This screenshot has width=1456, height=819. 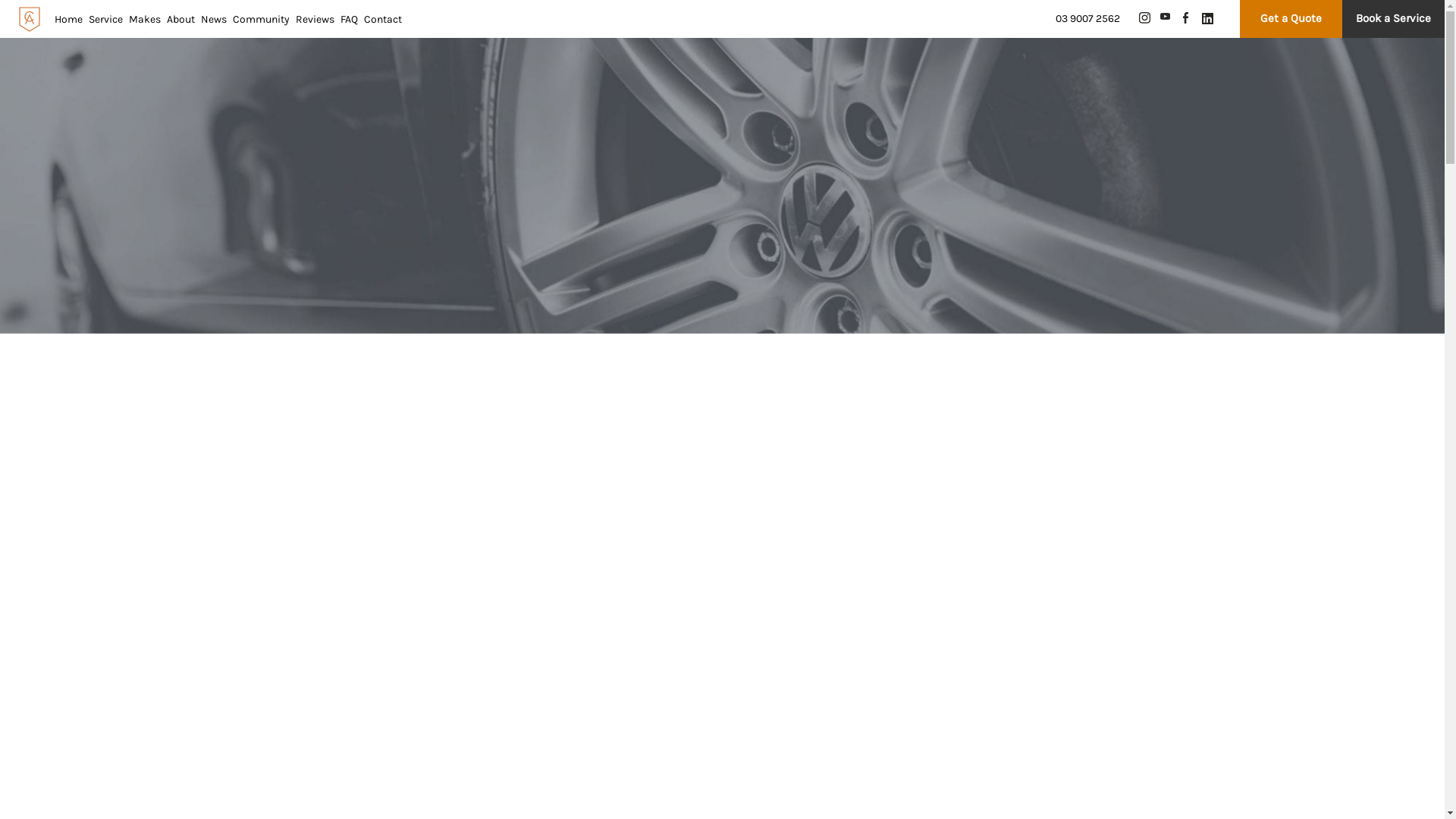 I want to click on 'FAQ', so click(x=348, y=19).